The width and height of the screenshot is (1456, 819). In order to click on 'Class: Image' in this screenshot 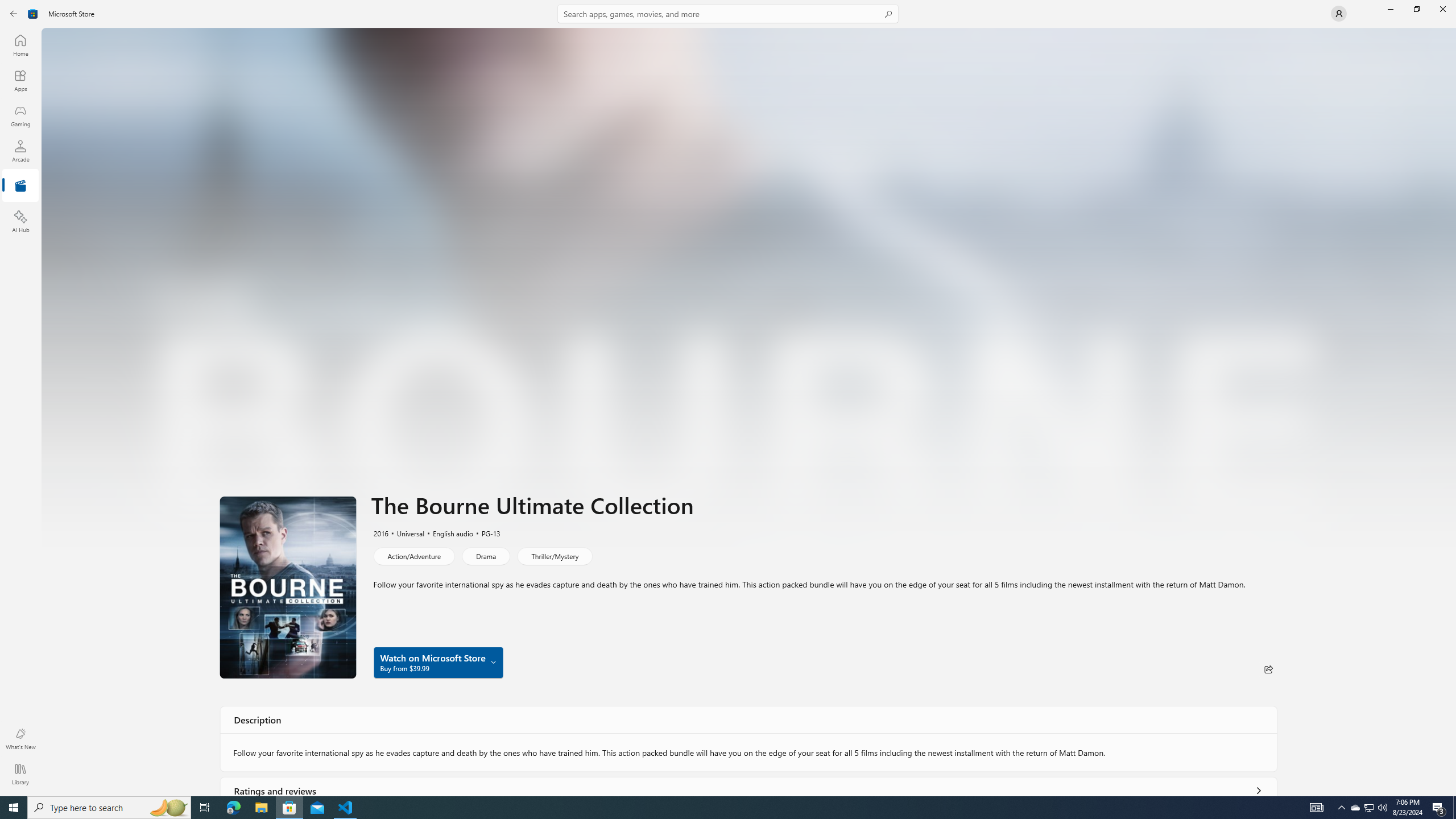, I will do `click(32, 13)`.